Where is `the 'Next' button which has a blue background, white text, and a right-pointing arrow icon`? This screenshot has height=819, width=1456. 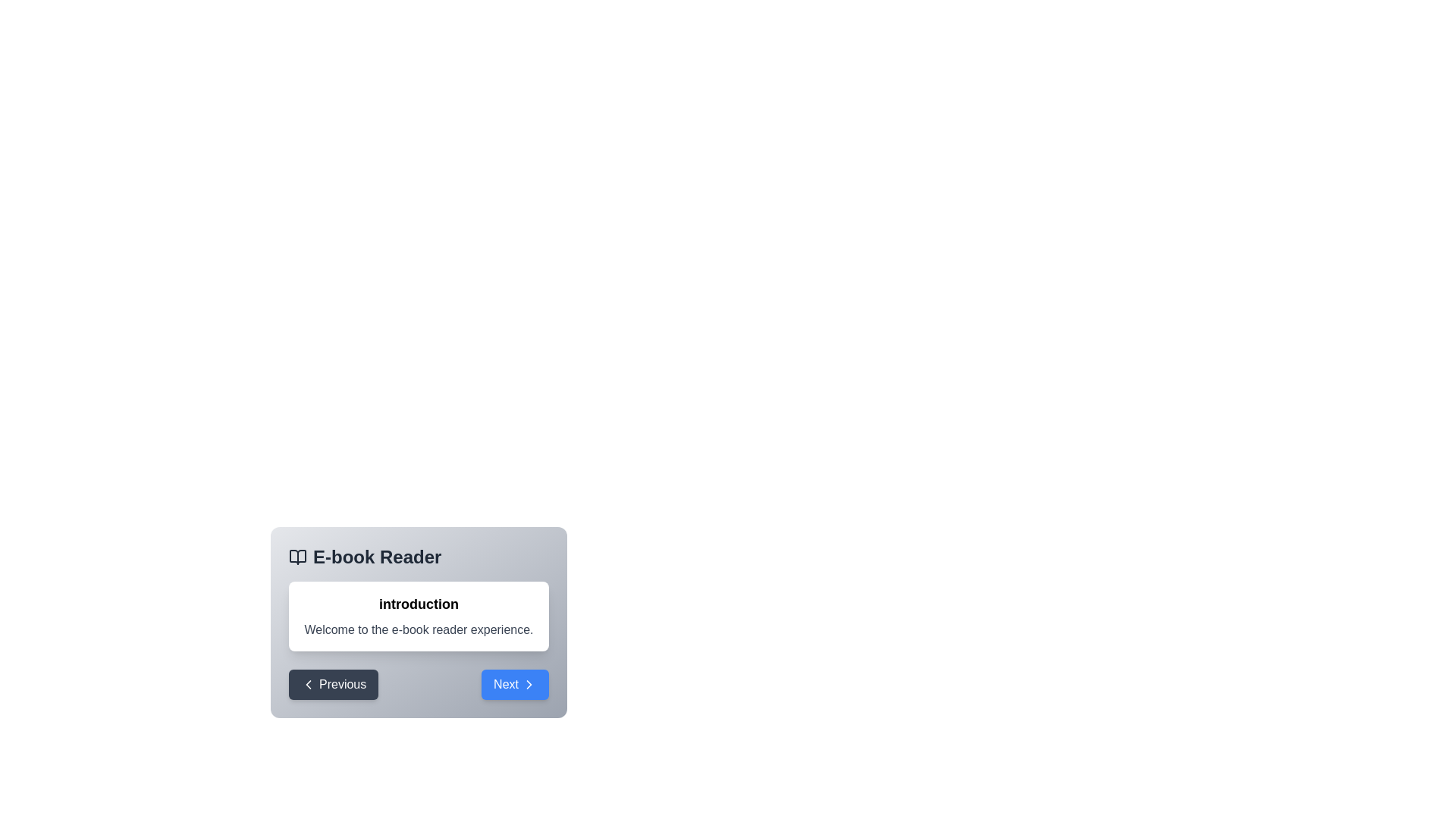
the 'Next' button which has a blue background, white text, and a right-pointing arrow icon is located at coordinates (515, 684).